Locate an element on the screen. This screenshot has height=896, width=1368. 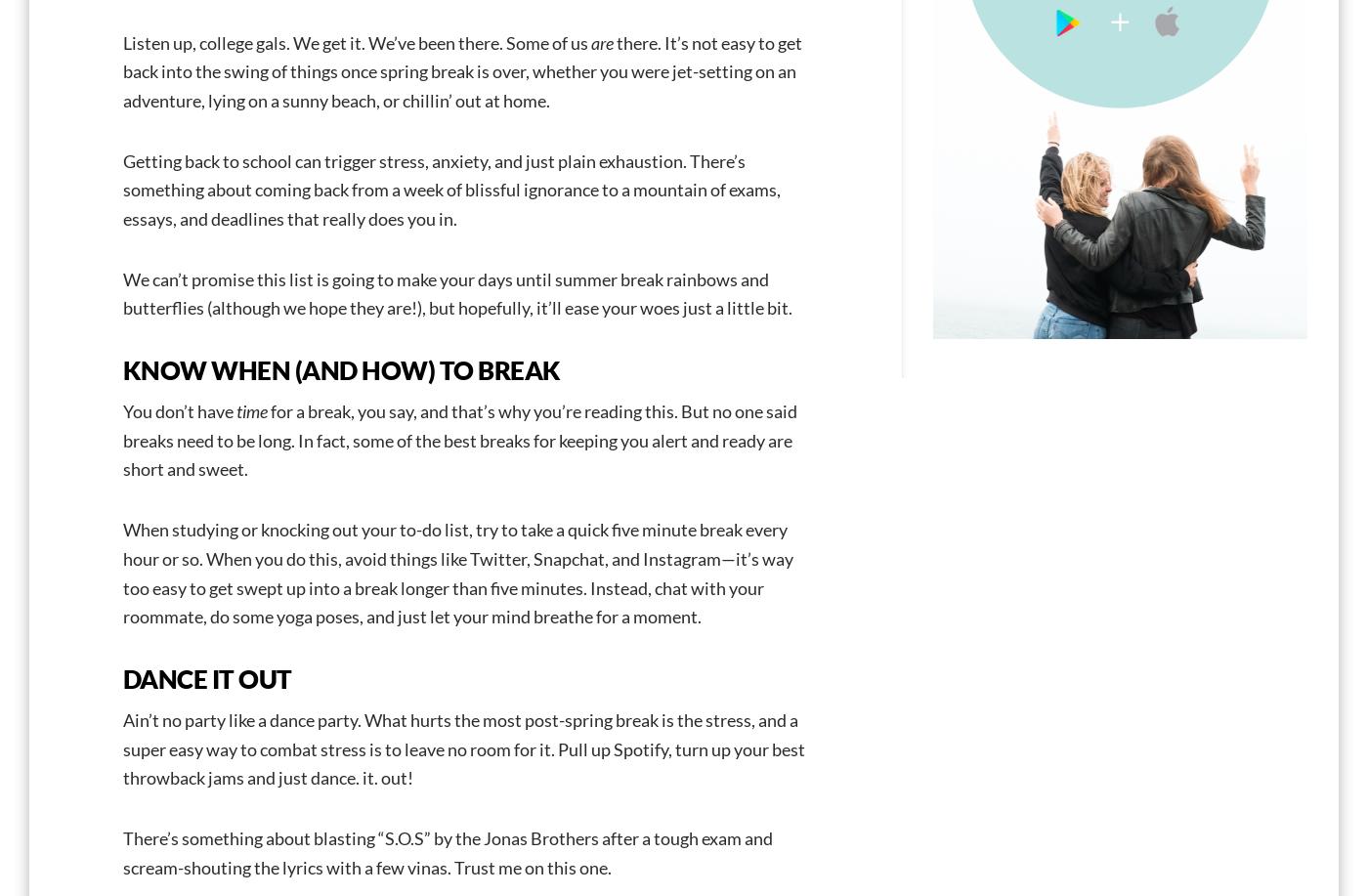
'Ain’t no party like a dance party. What hurts the most post-spring break is the stress, and a super easy way to combat stress is to leave no room for it. Pull up Spotify, turn up your best throwback jams and just dance. it. out!' is located at coordinates (464, 747).